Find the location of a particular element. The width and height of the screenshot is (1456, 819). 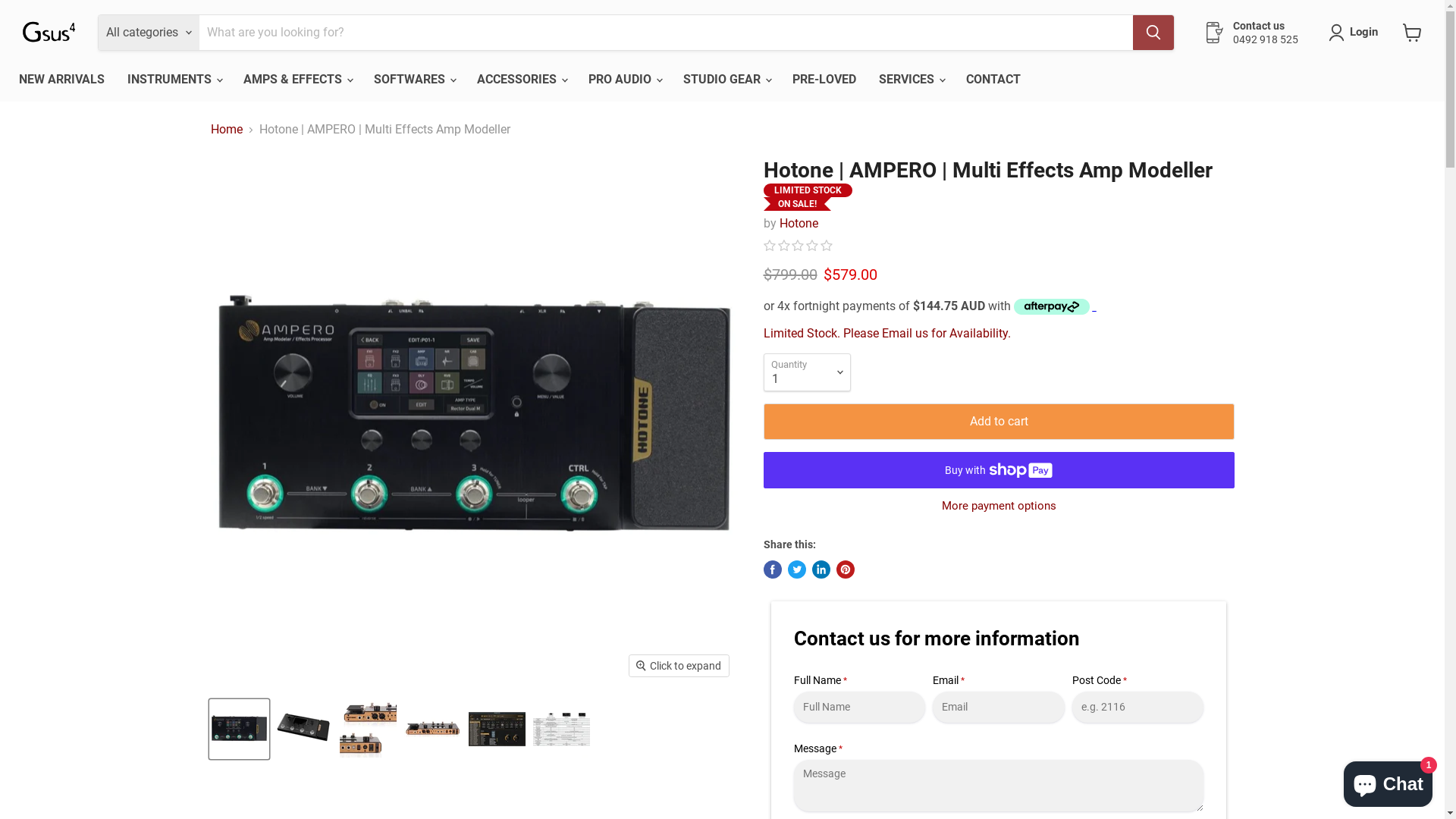

'CONTACT' is located at coordinates (953, 79).